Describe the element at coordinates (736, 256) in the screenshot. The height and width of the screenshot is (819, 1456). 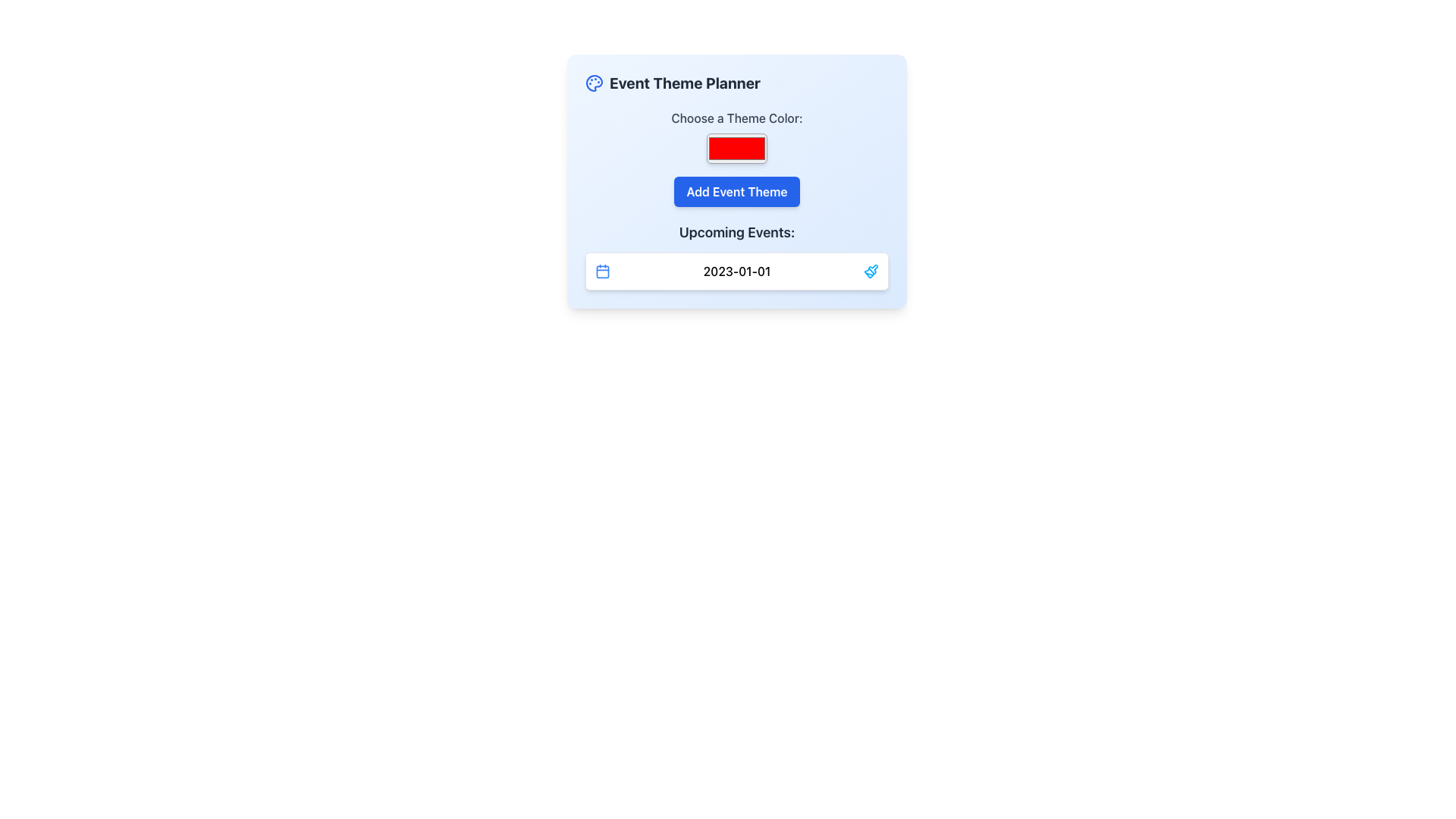
I see `the title and content displayer for upcoming events located within the 'Event Theme Planner' card, positioned below the 'Add Event Theme' button` at that location.